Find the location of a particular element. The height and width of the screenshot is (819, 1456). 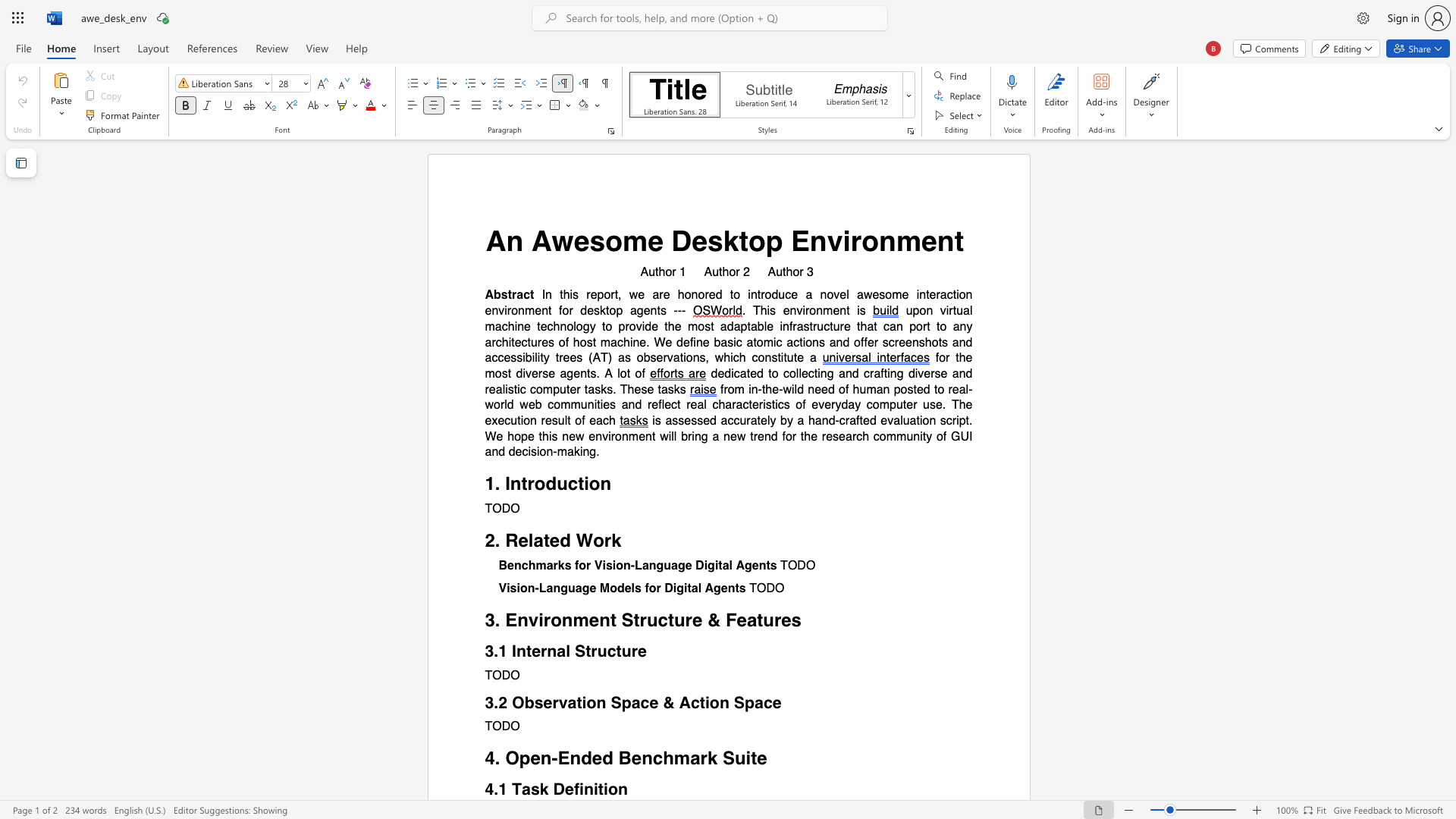

the 1th character "e" in the text is located at coordinates (581, 240).